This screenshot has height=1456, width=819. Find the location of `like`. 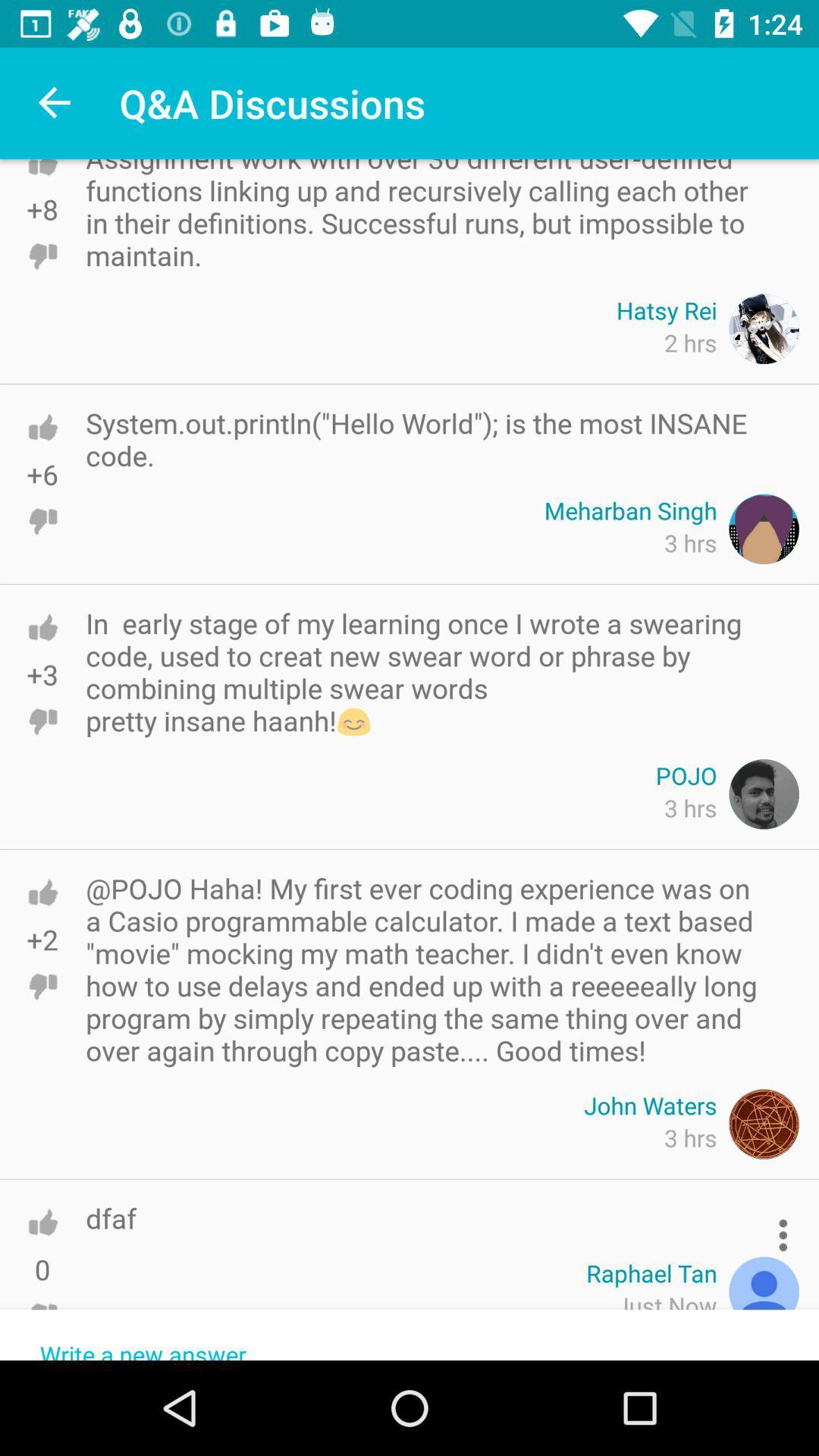

like is located at coordinates (42, 1222).